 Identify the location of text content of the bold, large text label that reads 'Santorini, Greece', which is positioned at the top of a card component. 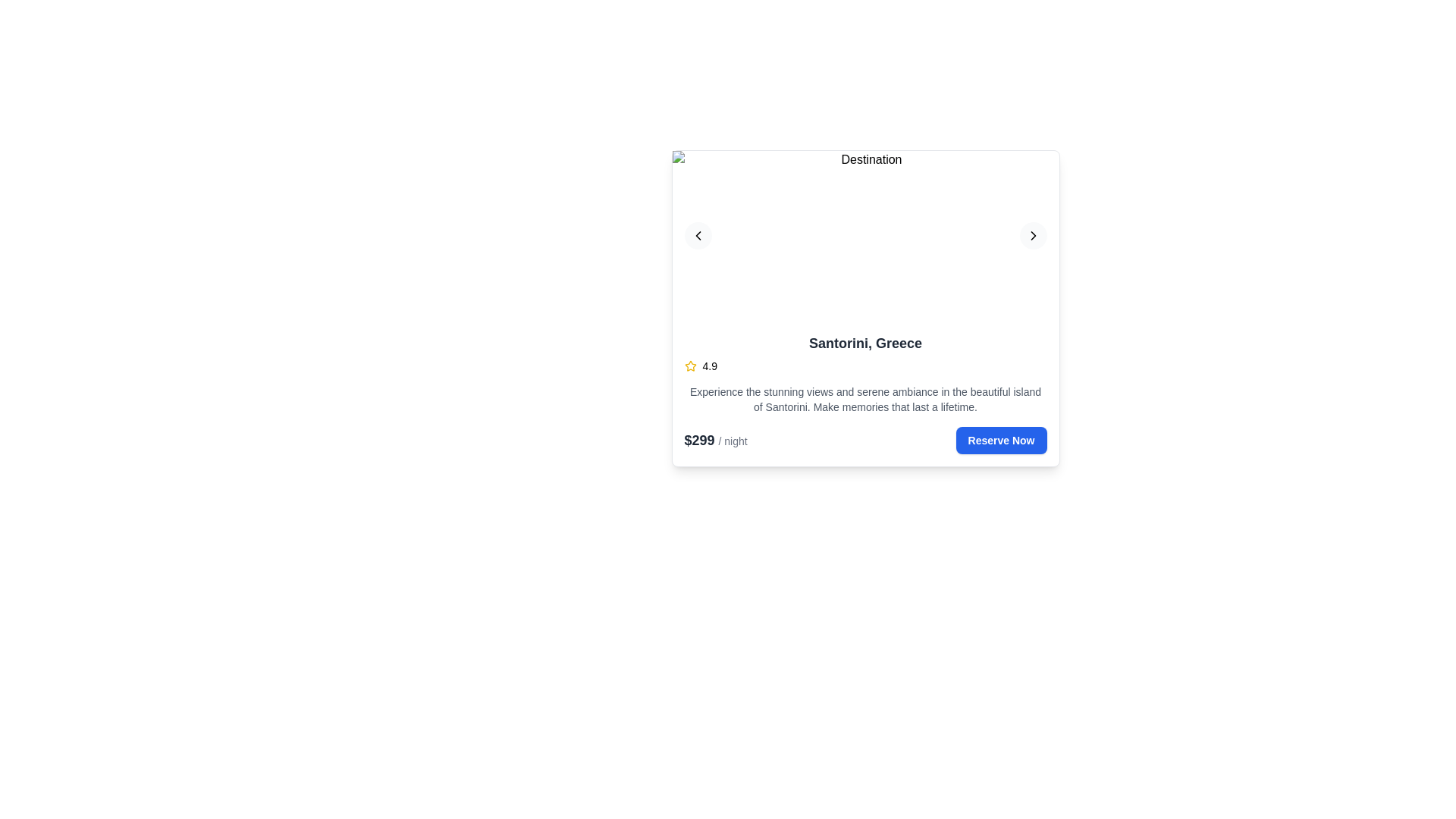
(865, 343).